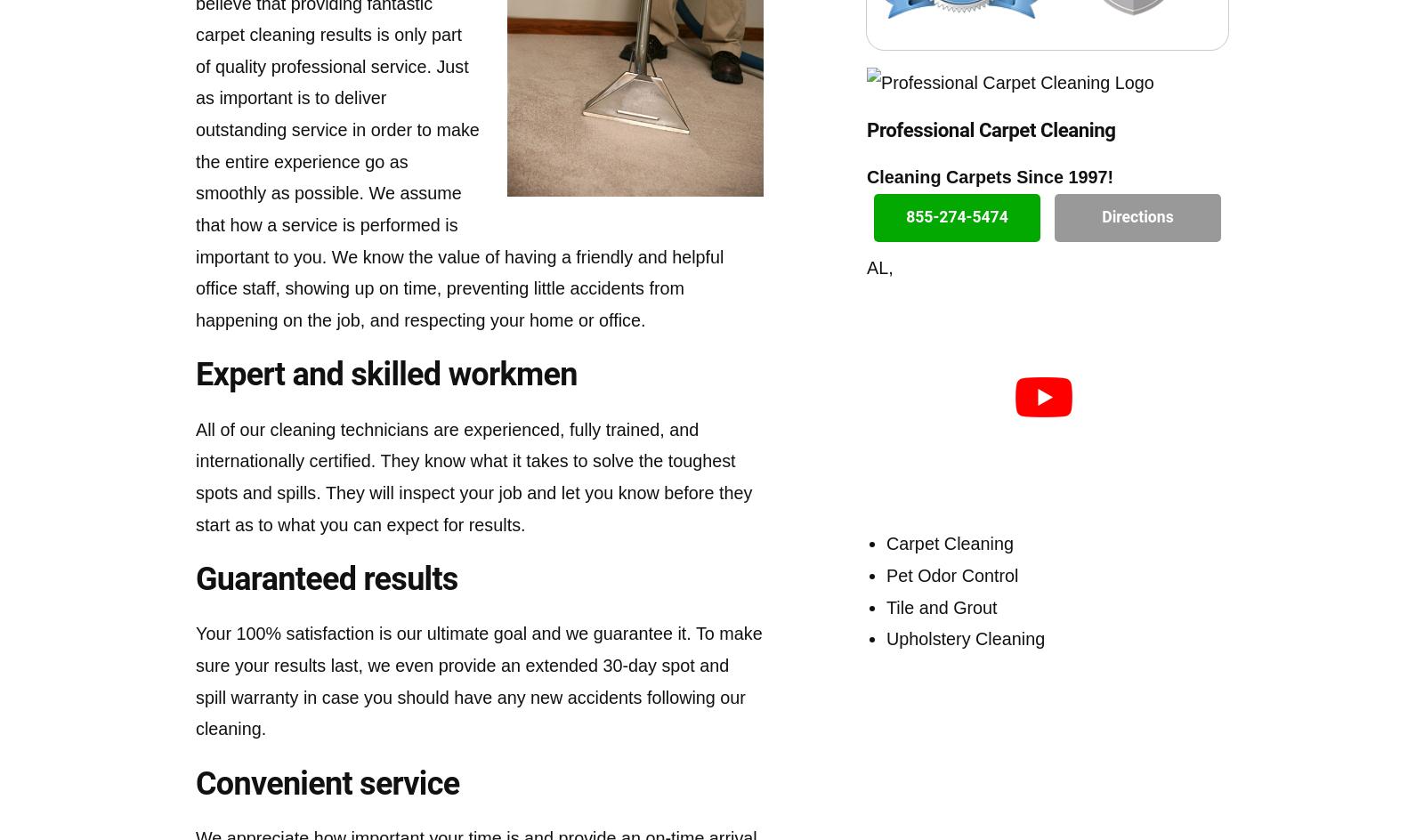 The width and height of the screenshot is (1424, 840). Describe the element at coordinates (473, 475) in the screenshot. I see `'All of our cleaning technicians are experienced, fully trained, and internationally certified. They know what it takes to solve the toughest spots and spills. They will inspect your job and let you know before they start as to what you can expect for results.'` at that location.